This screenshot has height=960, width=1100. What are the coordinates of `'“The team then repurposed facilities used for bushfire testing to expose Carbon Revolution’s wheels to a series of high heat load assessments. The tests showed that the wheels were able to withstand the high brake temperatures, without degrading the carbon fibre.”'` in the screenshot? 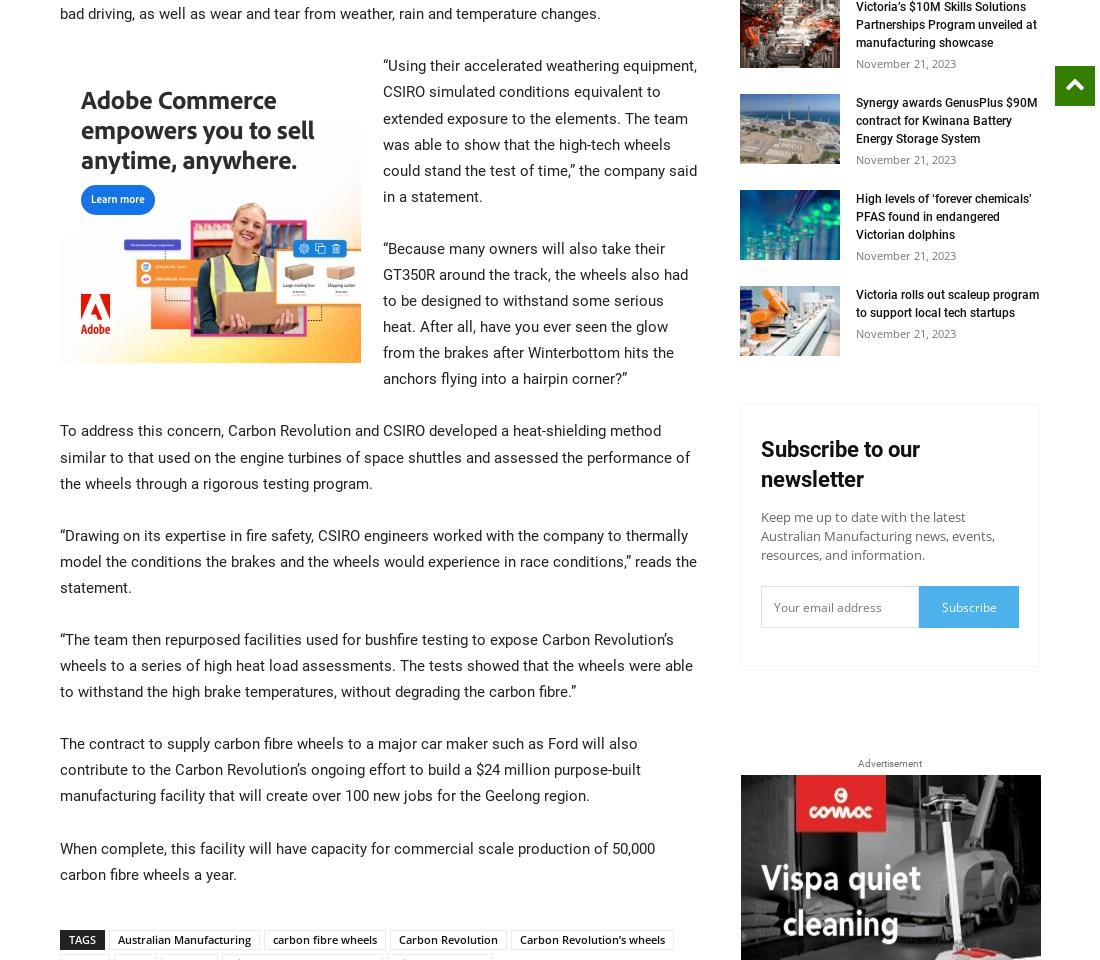 It's located at (376, 666).